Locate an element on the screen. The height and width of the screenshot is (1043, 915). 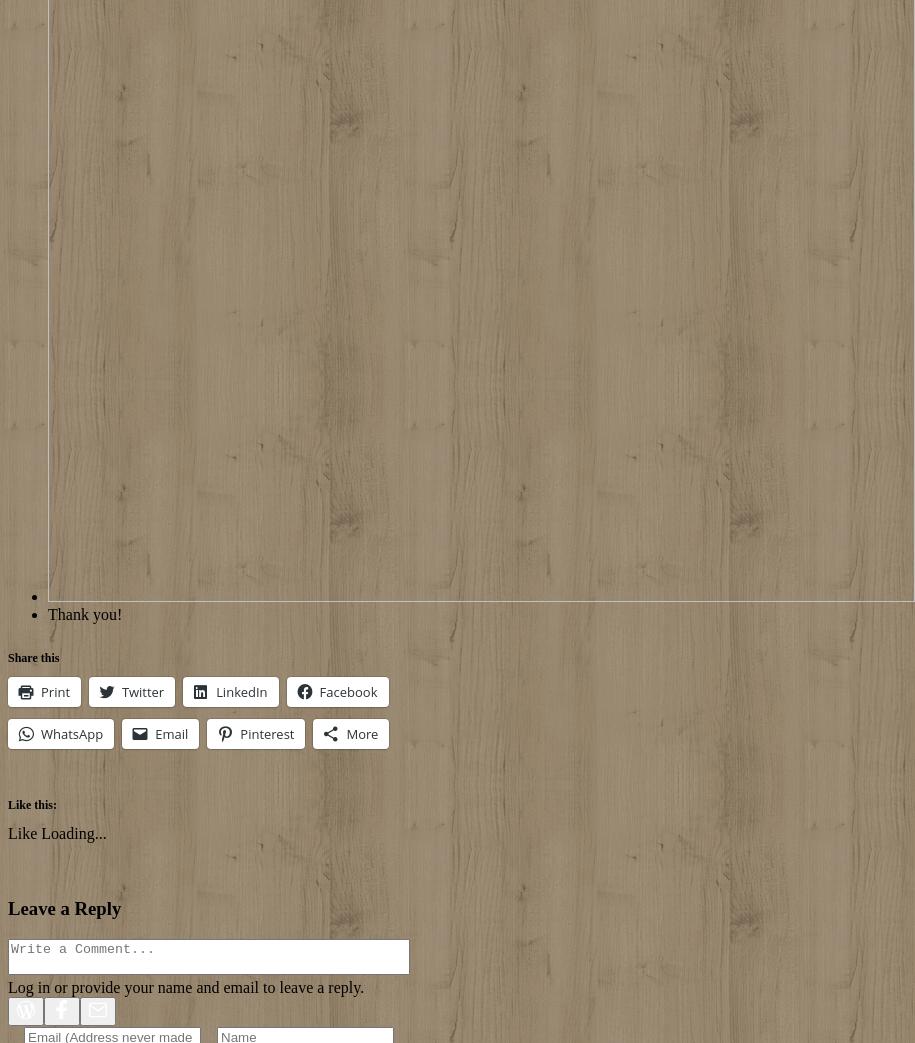
'WhatsApp' is located at coordinates (71, 733).